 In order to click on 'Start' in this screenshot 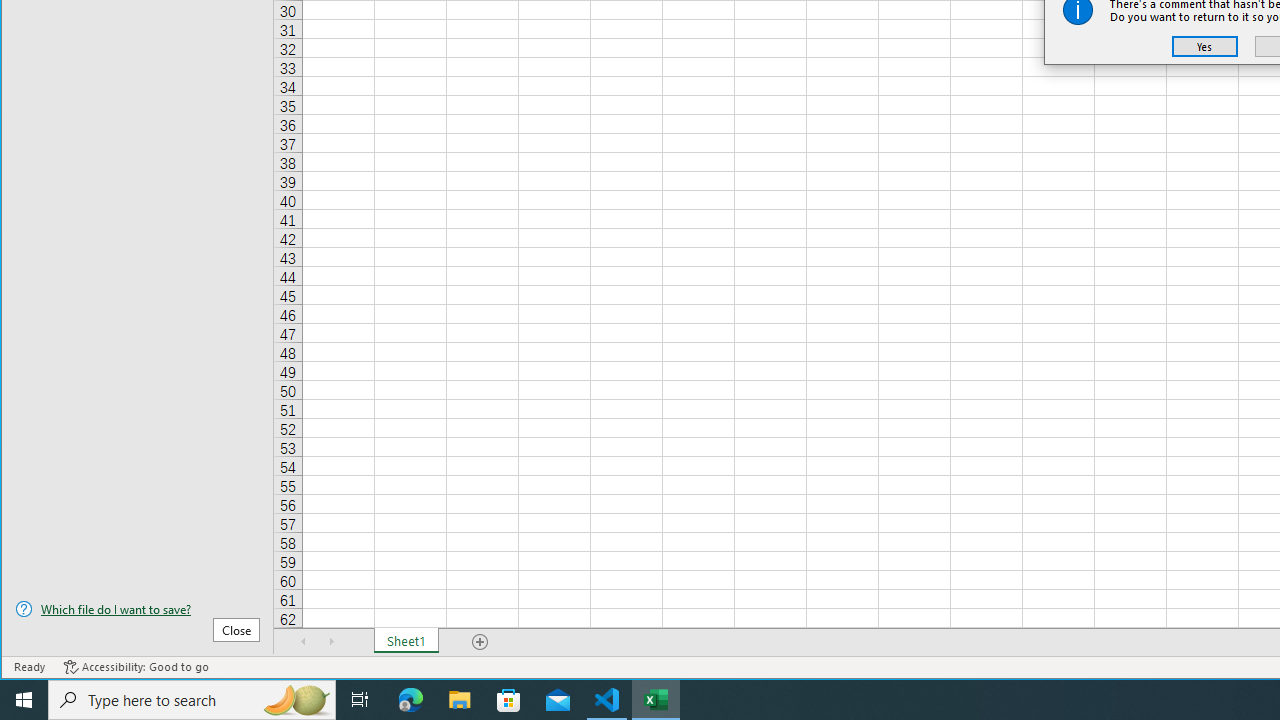, I will do `click(24, 698)`.